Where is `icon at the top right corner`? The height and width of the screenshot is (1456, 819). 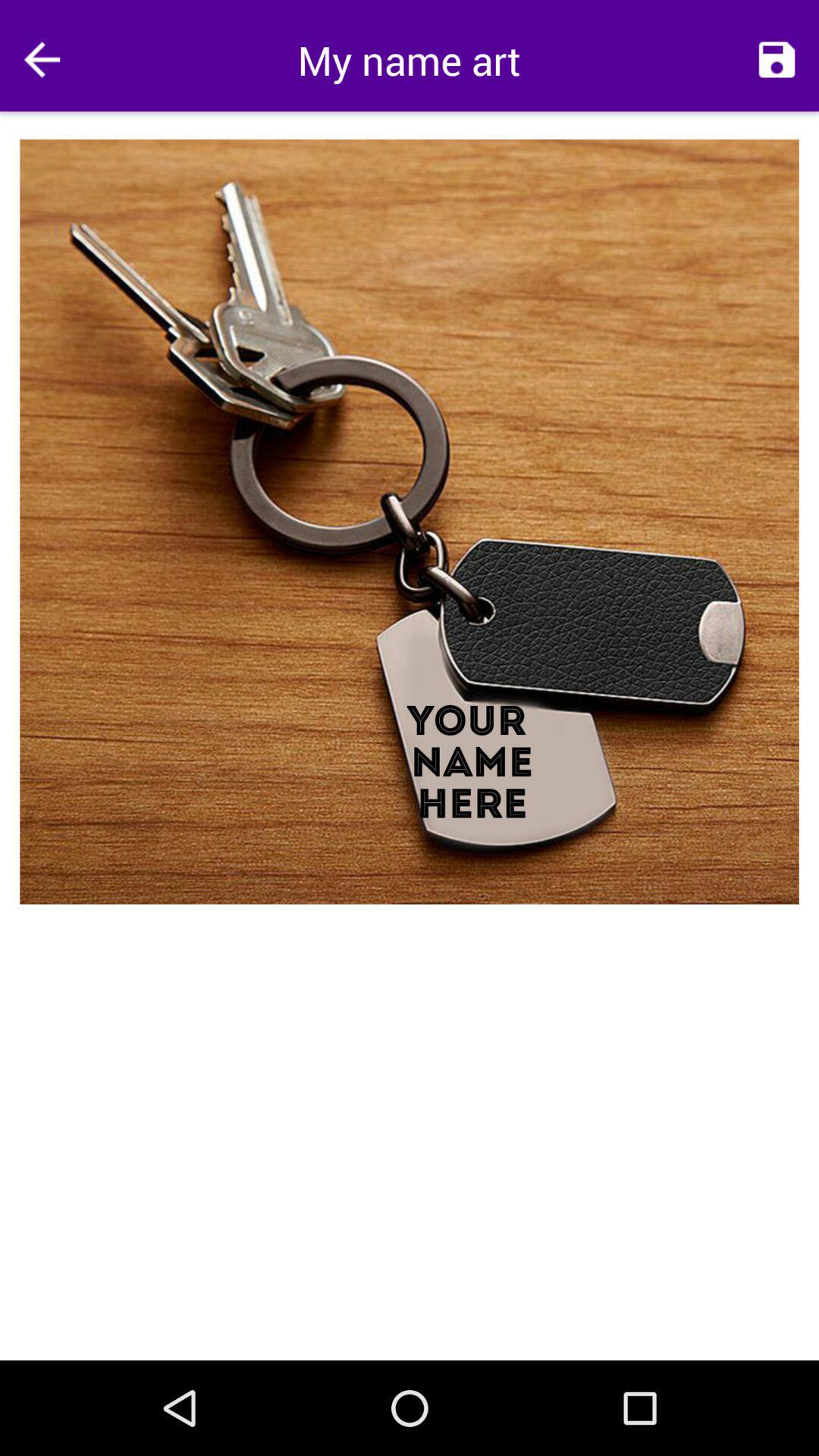
icon at the top right corner is located at coordinates (777, 59).